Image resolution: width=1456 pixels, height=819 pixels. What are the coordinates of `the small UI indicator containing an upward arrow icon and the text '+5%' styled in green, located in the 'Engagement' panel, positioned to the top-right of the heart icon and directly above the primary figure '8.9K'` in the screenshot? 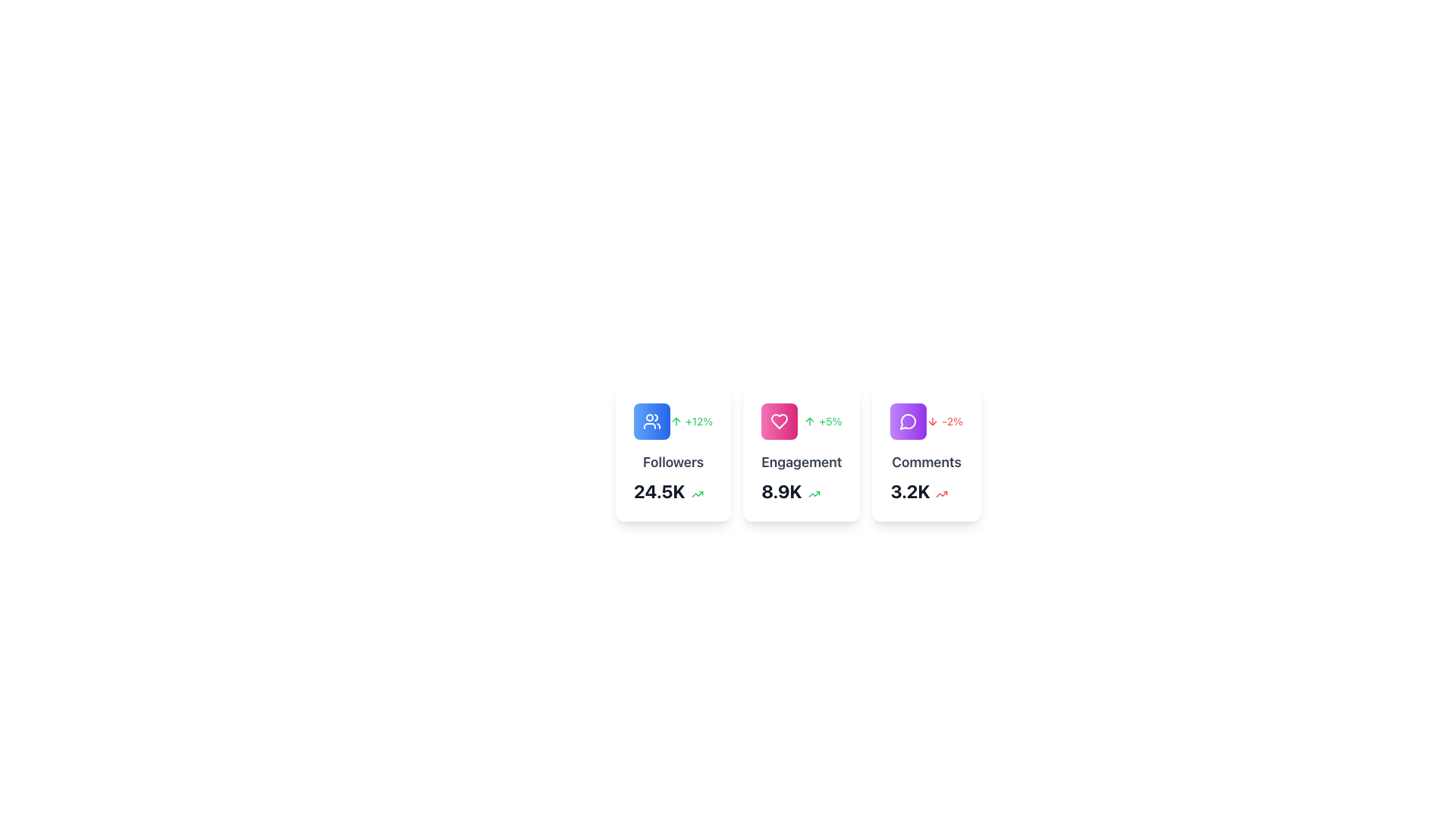 It's located at (822, 421).